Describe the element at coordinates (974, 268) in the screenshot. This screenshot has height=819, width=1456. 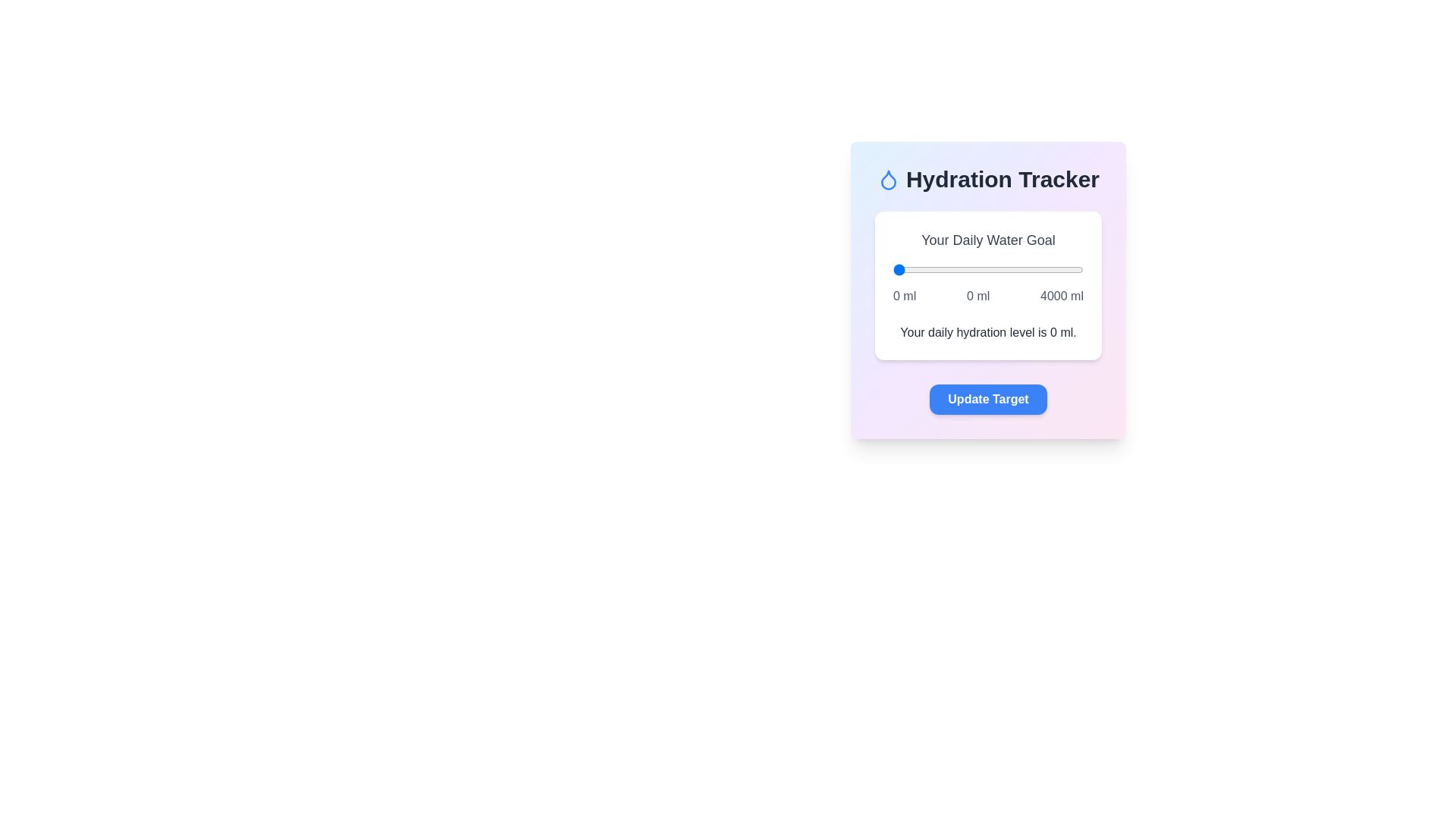
I see `the water intake slider to 1699 ml` at that location.